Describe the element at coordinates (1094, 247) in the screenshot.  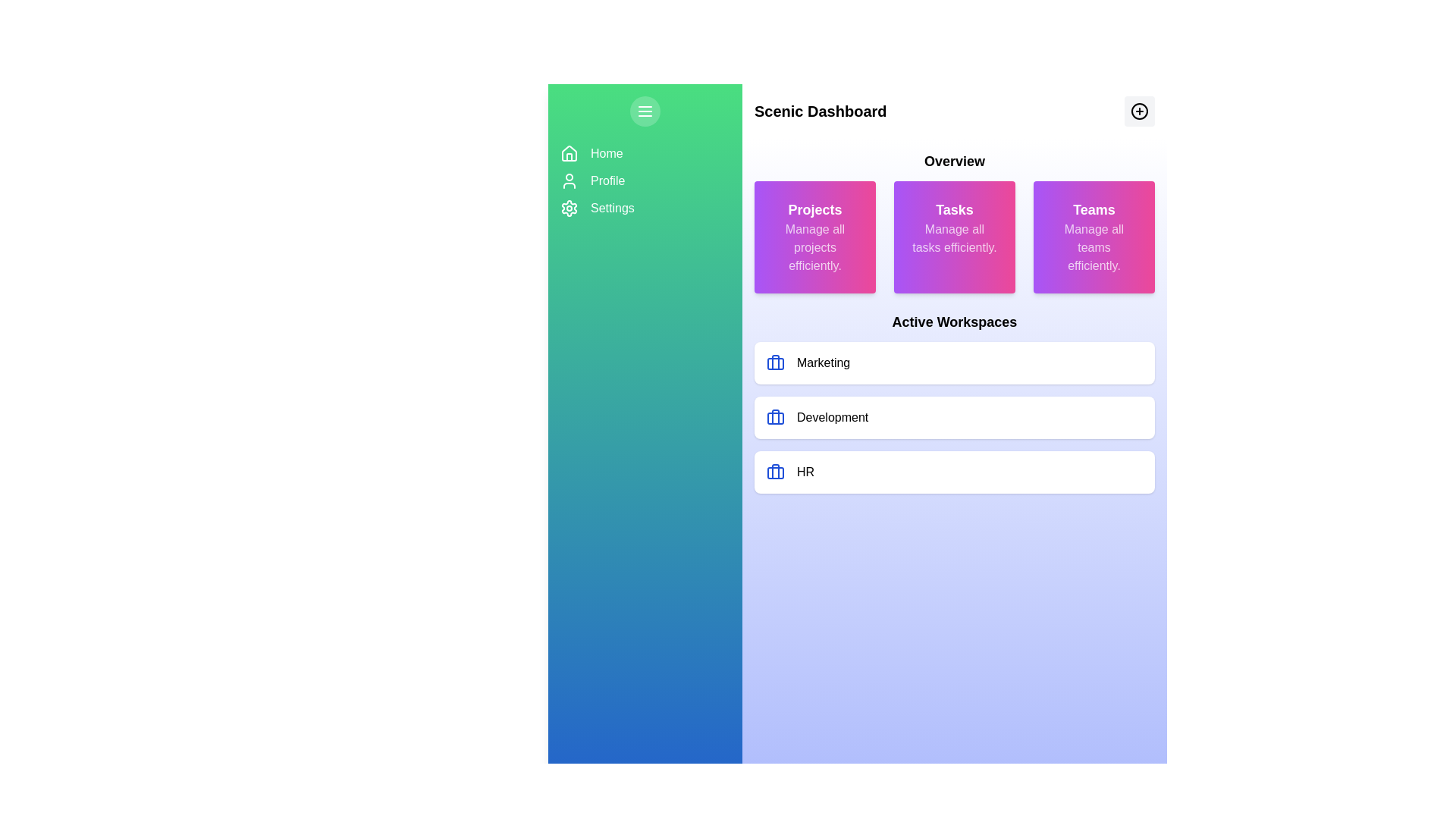
I see `the descriptive text block that provides information about the functionality of the 'Teams' card, located near the bottom of the card in the 'Overview' section` at that location.